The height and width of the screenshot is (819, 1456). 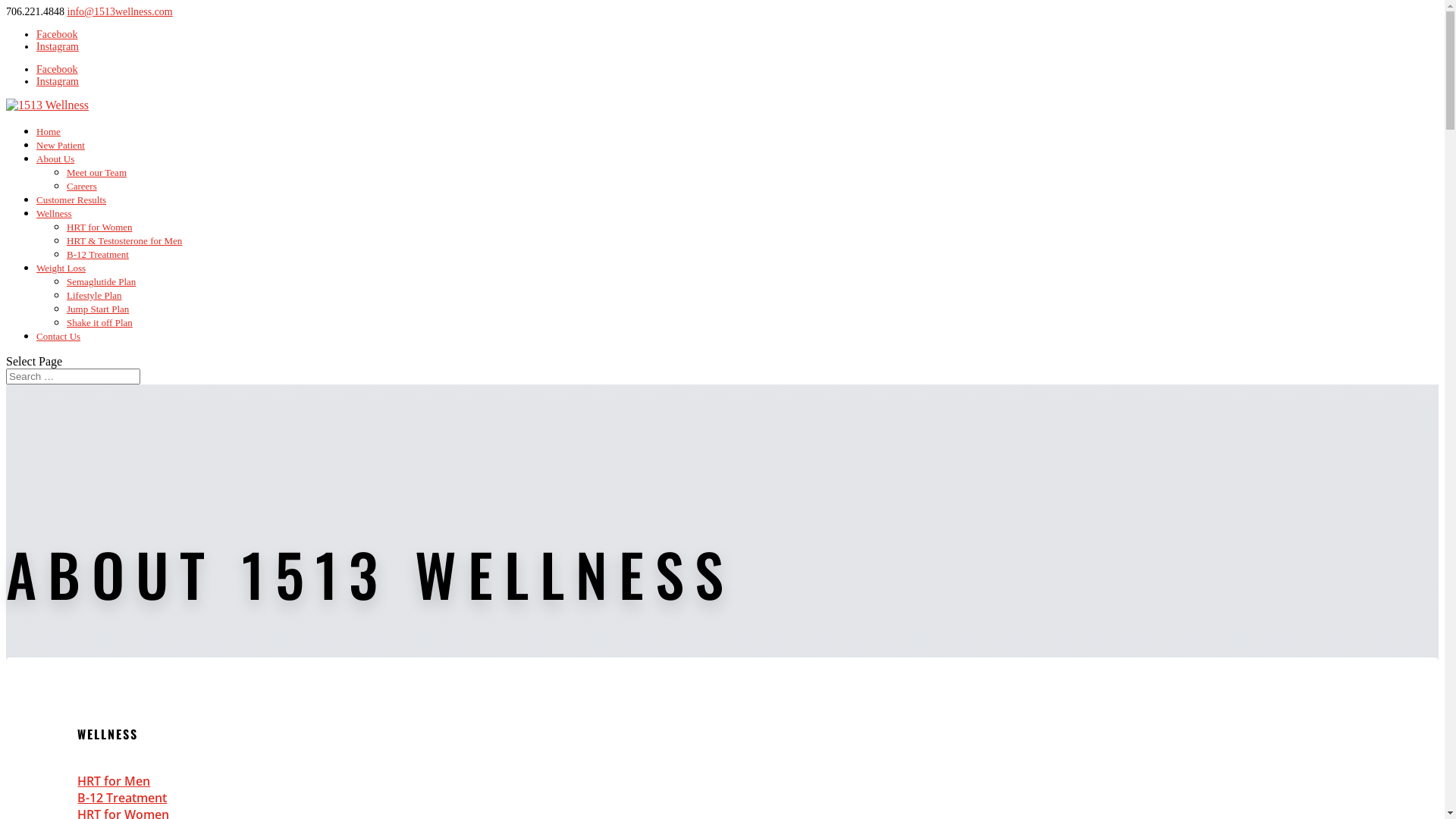 What do you see at coordinates (118, 11) in the screenshot?
I see `'info@1513wellness.com'` at bounding box center [118, 11].